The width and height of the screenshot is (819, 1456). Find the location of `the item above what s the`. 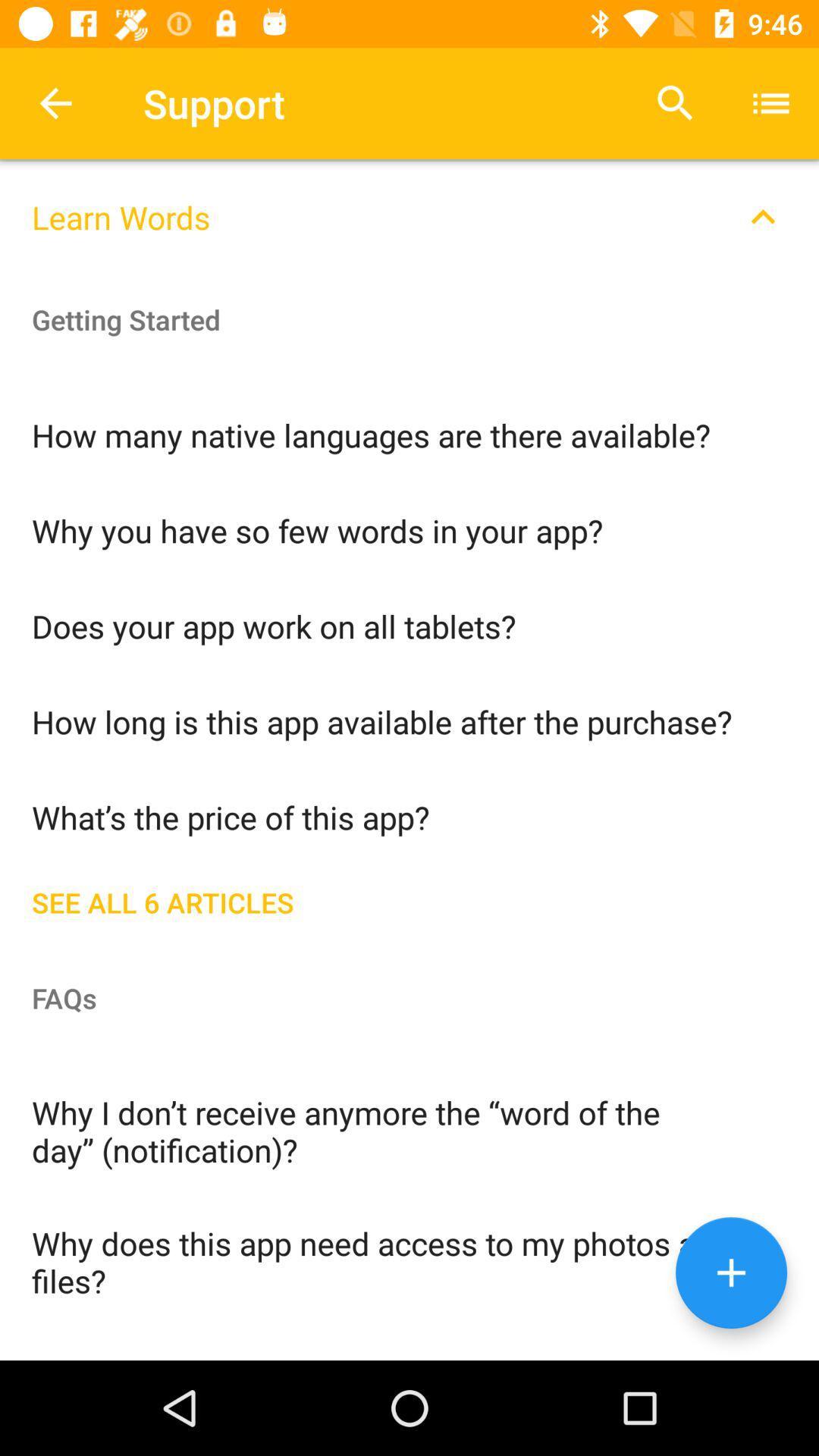

the item above what s the is located at coordinates (409, 720).